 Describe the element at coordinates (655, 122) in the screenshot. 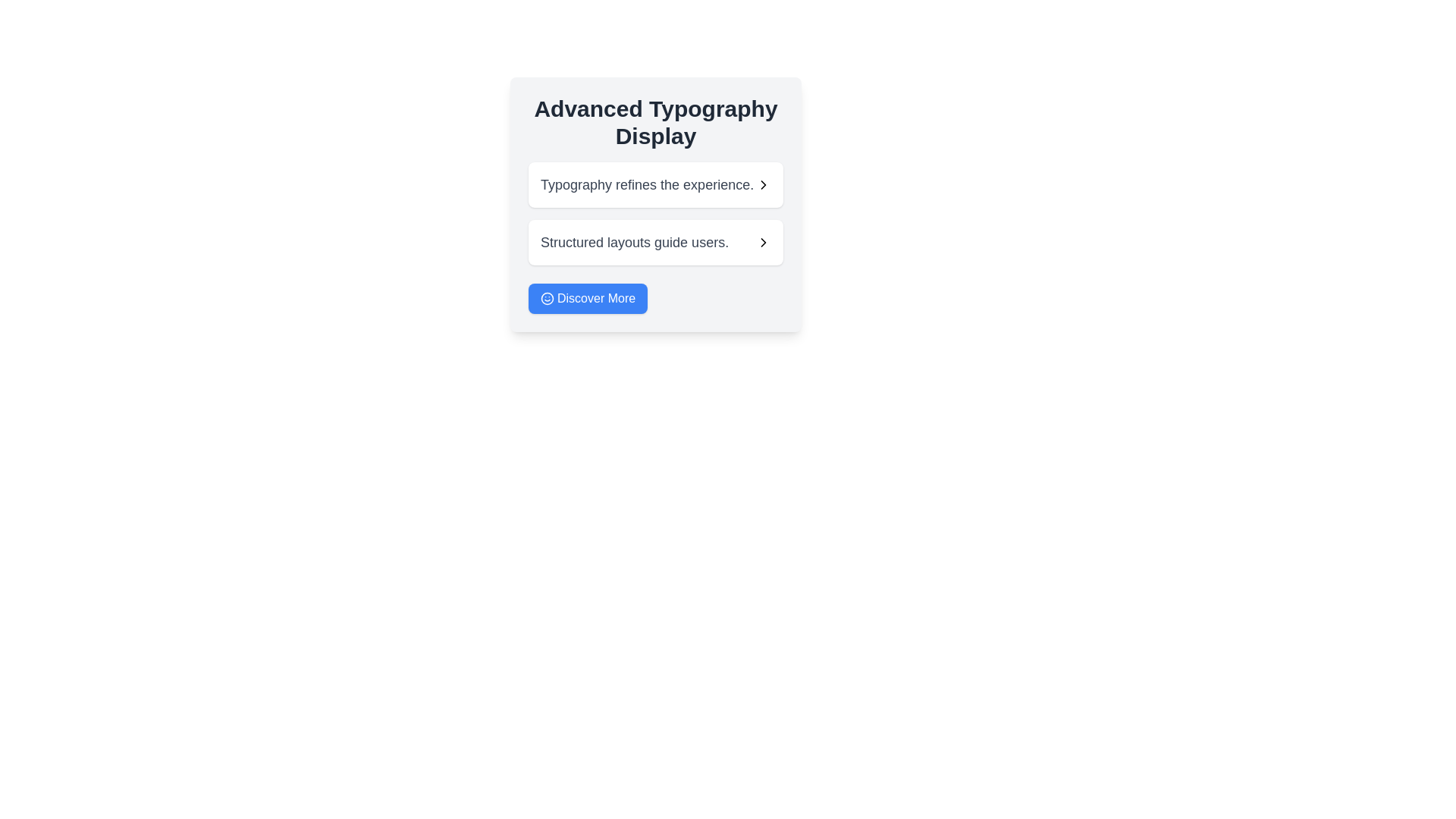

I see `the Text Element (Header) that serves as the title for the content, positioned at the top of the card layout` at that location.